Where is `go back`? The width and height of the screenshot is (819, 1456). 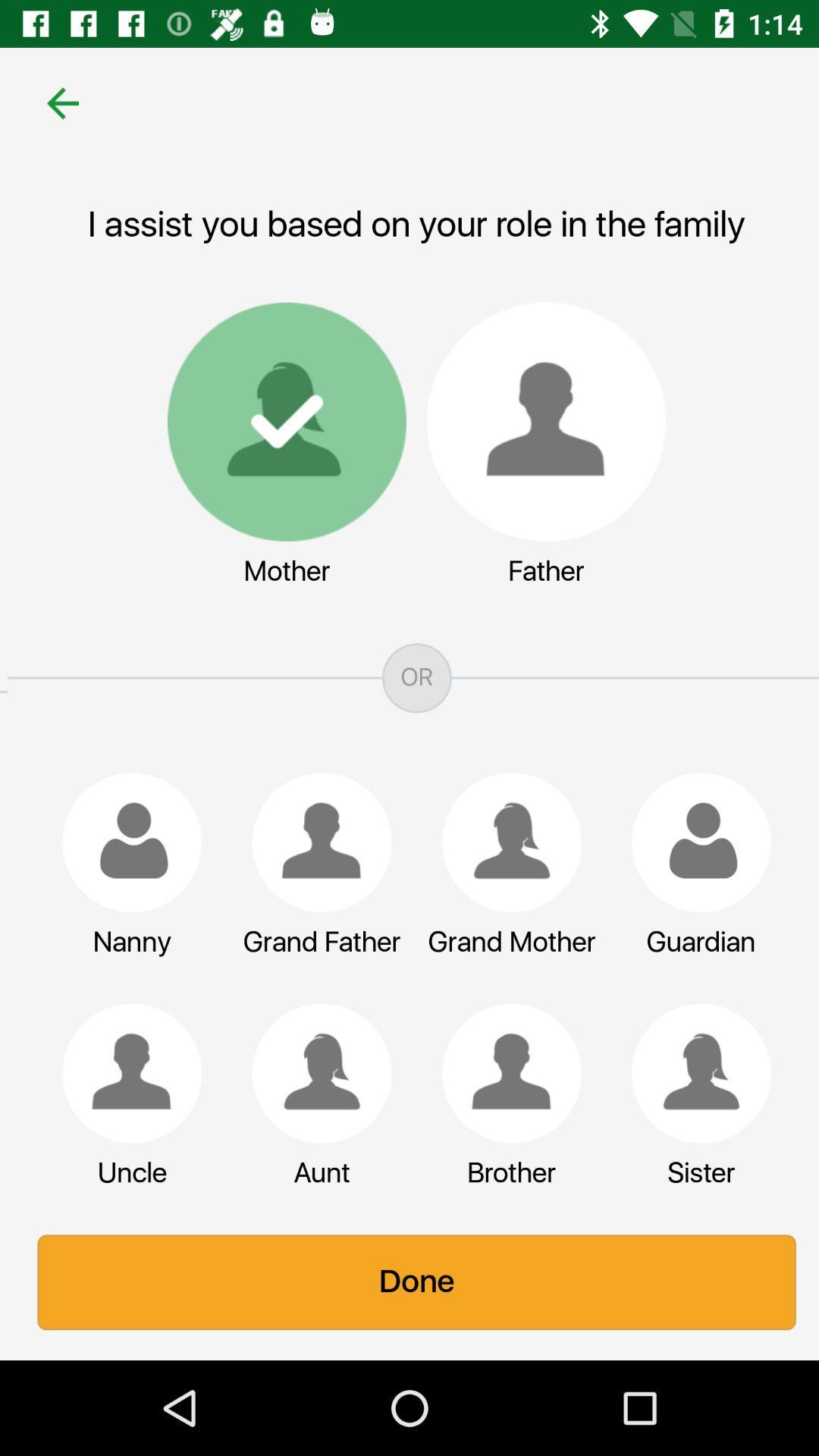 go back is located at coordinates (55, 102).